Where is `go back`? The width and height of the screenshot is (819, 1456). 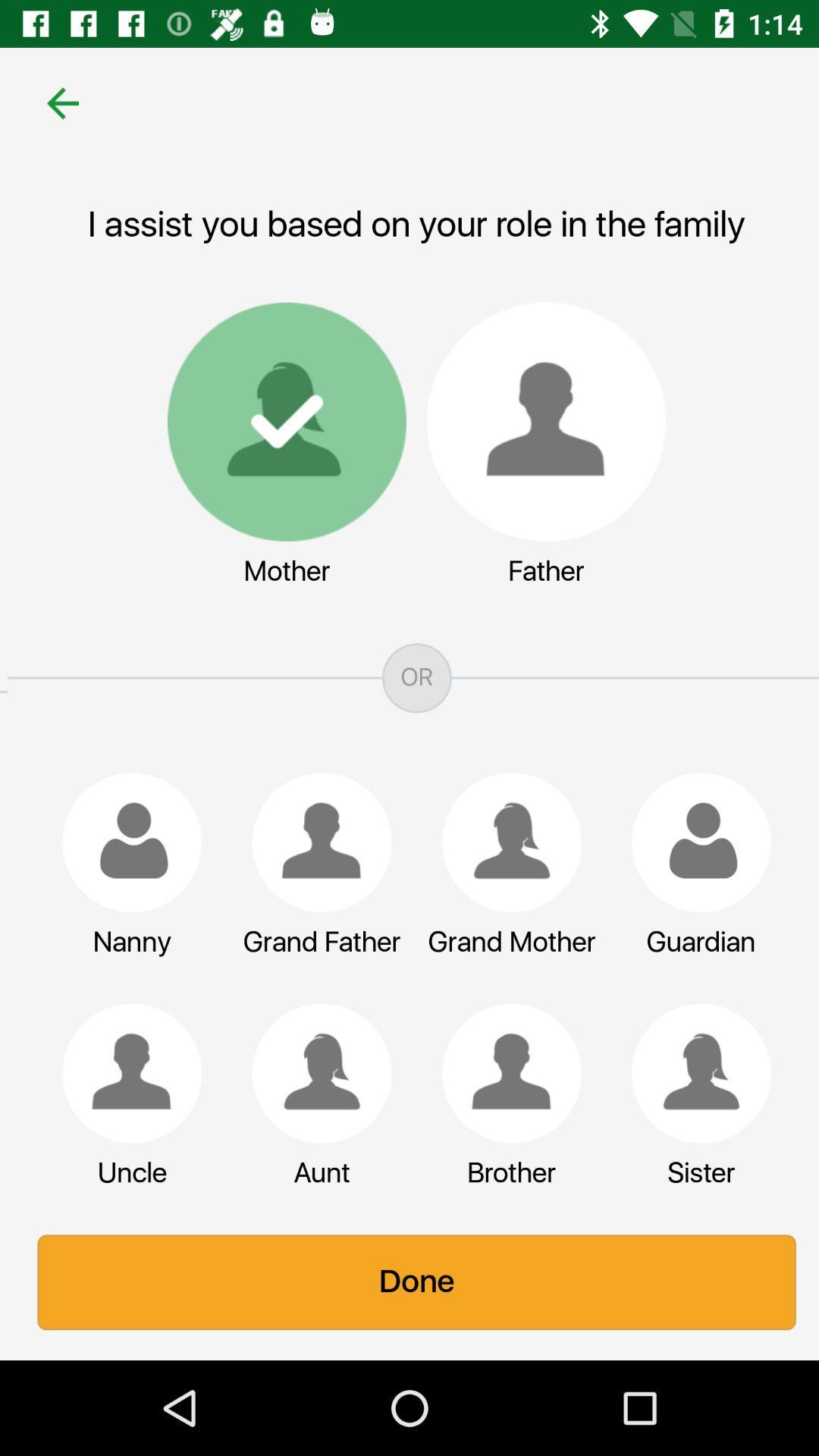 go back is located at coordinates (55, 102).